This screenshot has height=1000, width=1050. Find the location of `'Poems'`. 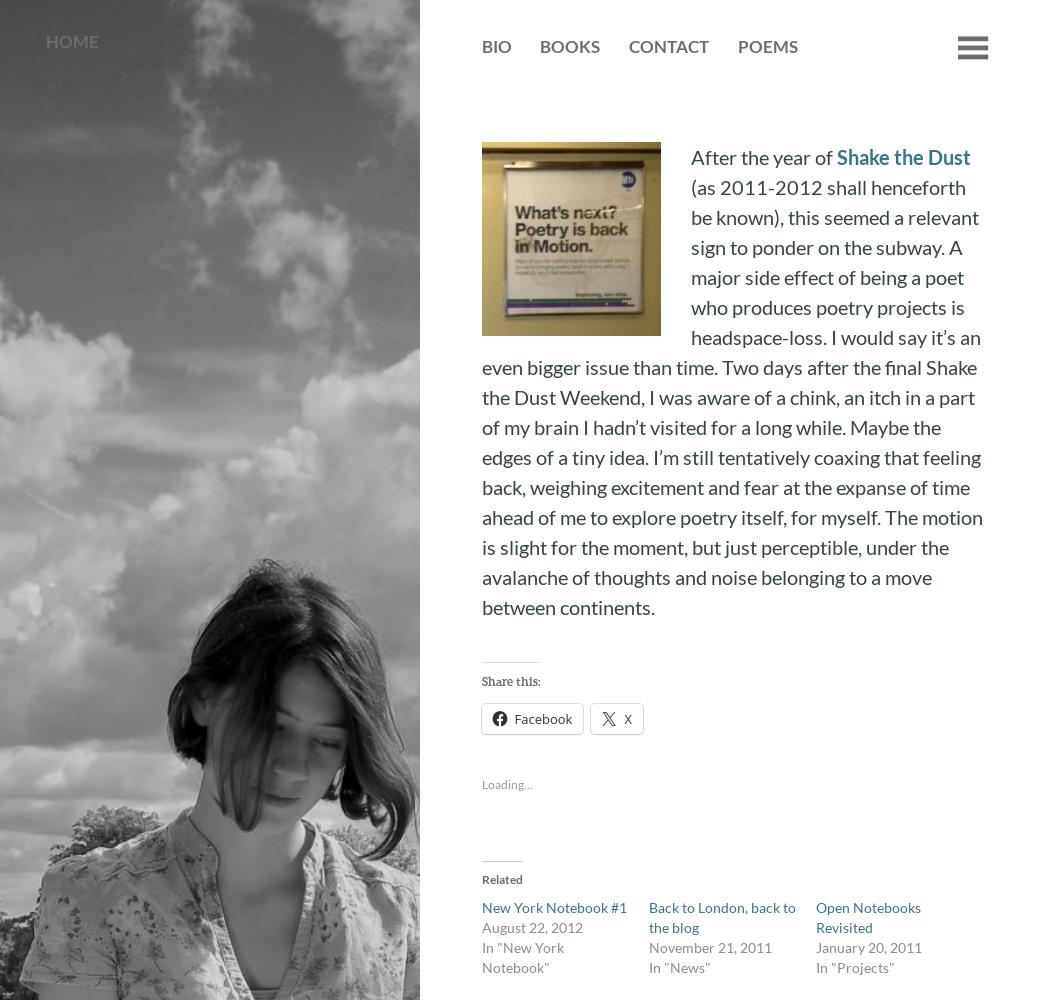

'Poems' is located at coordinates (735, 47).